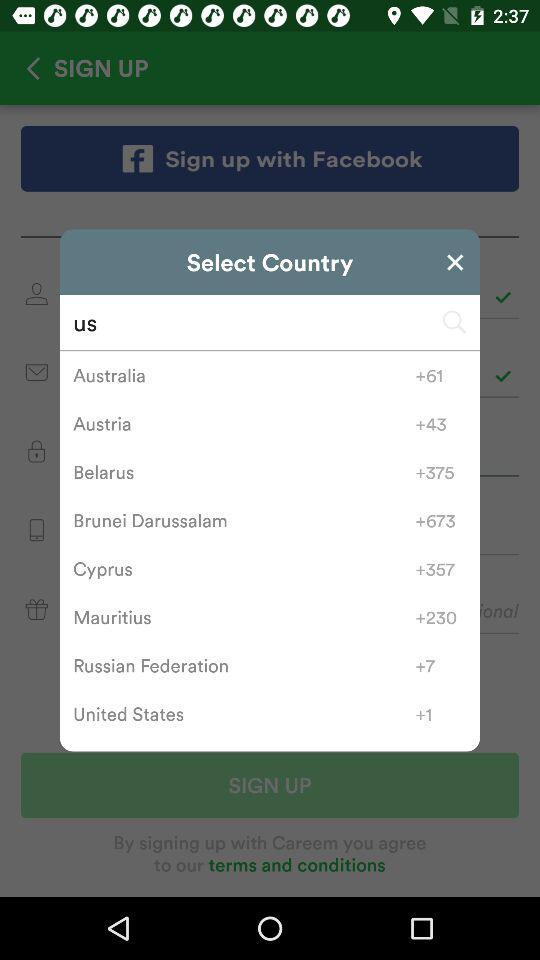 The image size is (540, 960). What do you see at coordinates (244, 569) in the screenshot?
I see `the icon next to +357 item` at bounding box center [244, 569].